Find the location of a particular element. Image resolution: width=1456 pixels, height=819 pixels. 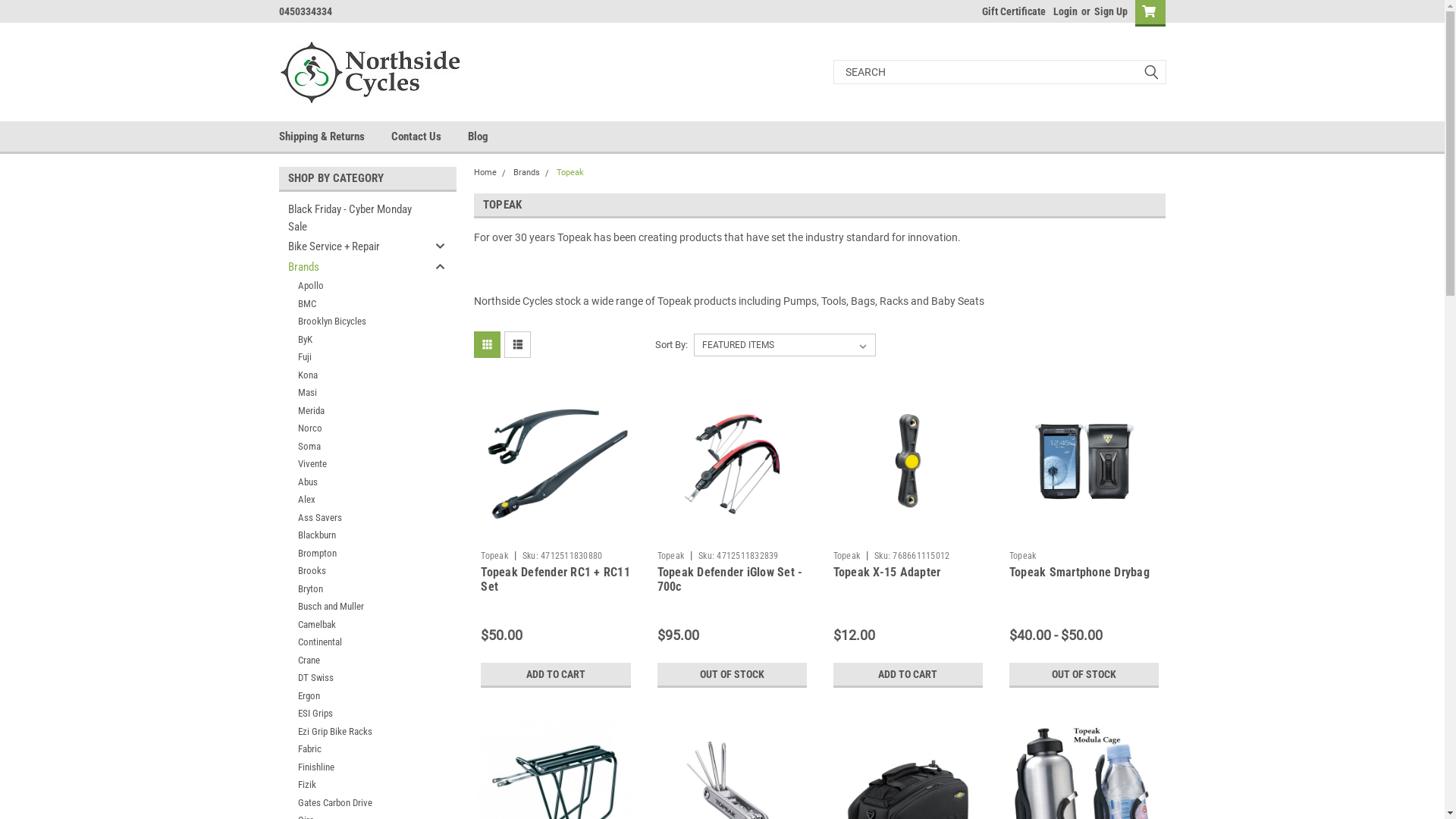

'Continental' is located at coordinates (353, 642).